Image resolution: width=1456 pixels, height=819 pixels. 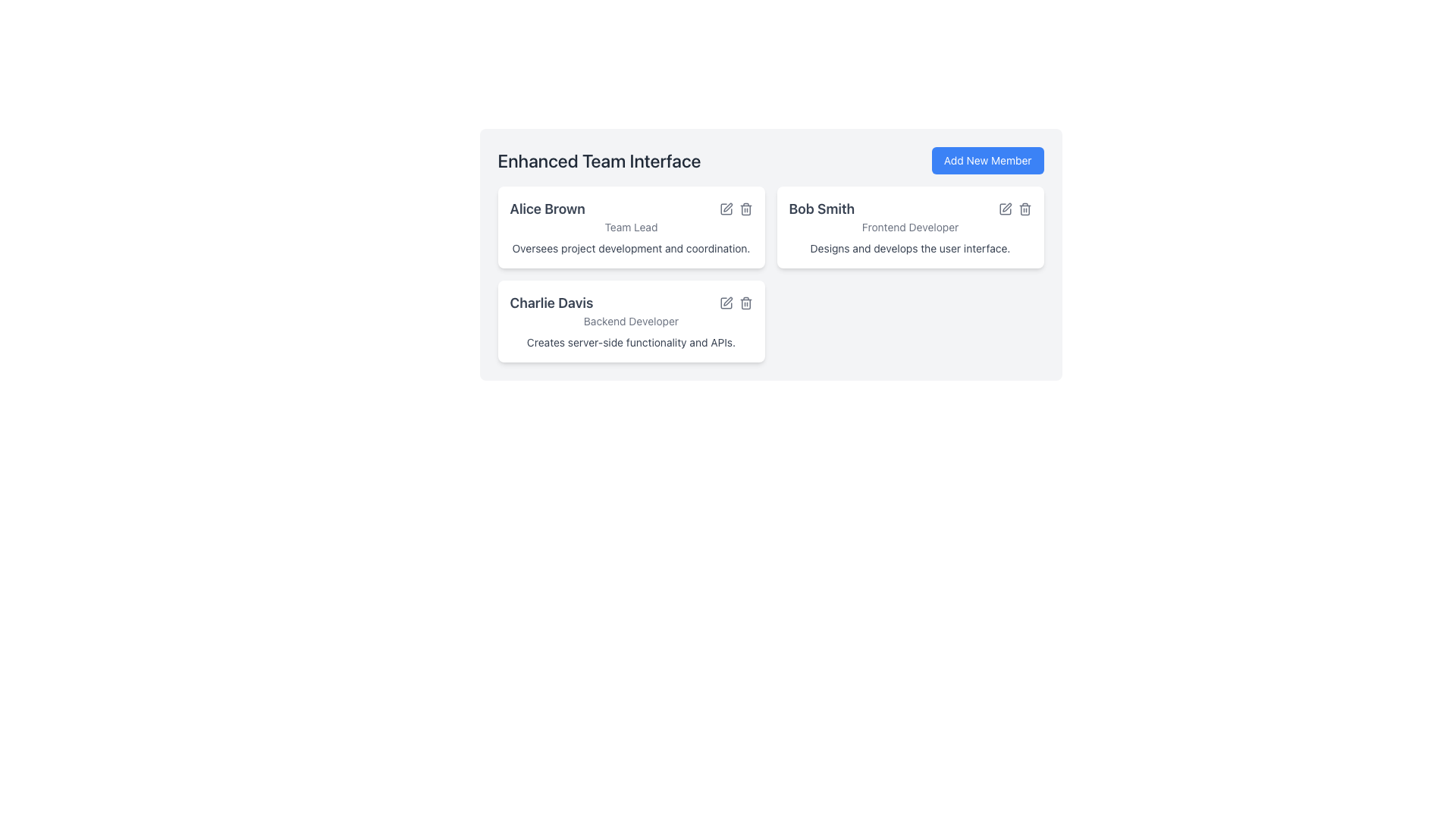 What do you see at coordinates (821, 209) in the screenshot?
I see `the static text label displaying 'Bob Smith', which is bold and larger than surrounding text, located at the top section of the card next to 'Frontend Developer'` at bounding box center [821, 209].